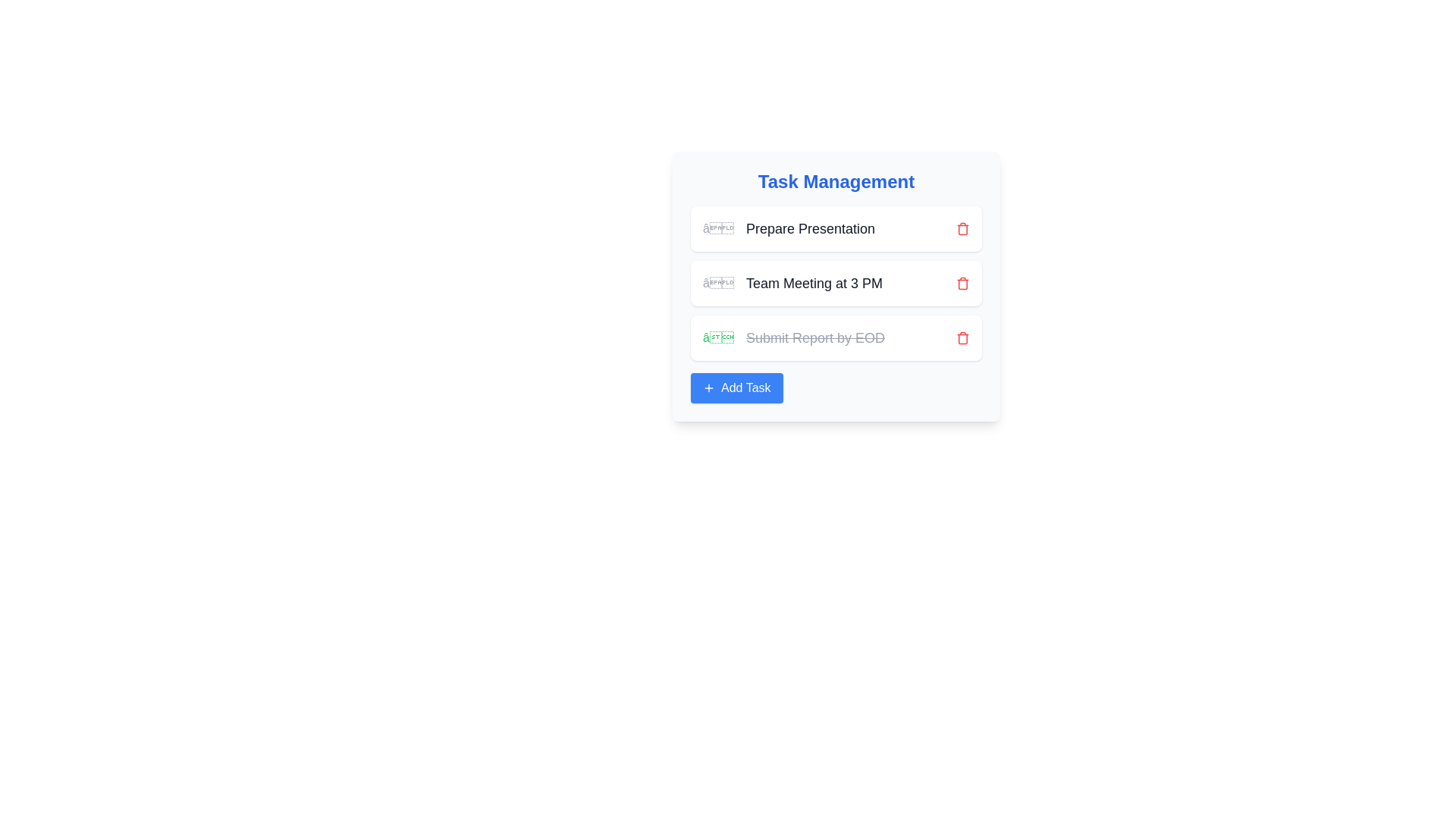 The image size is (1456, 819). I want to click on the green checkmark icon located left of the text 'Submit Report by EOD' to trigger visual feedback, so click(717, 337).